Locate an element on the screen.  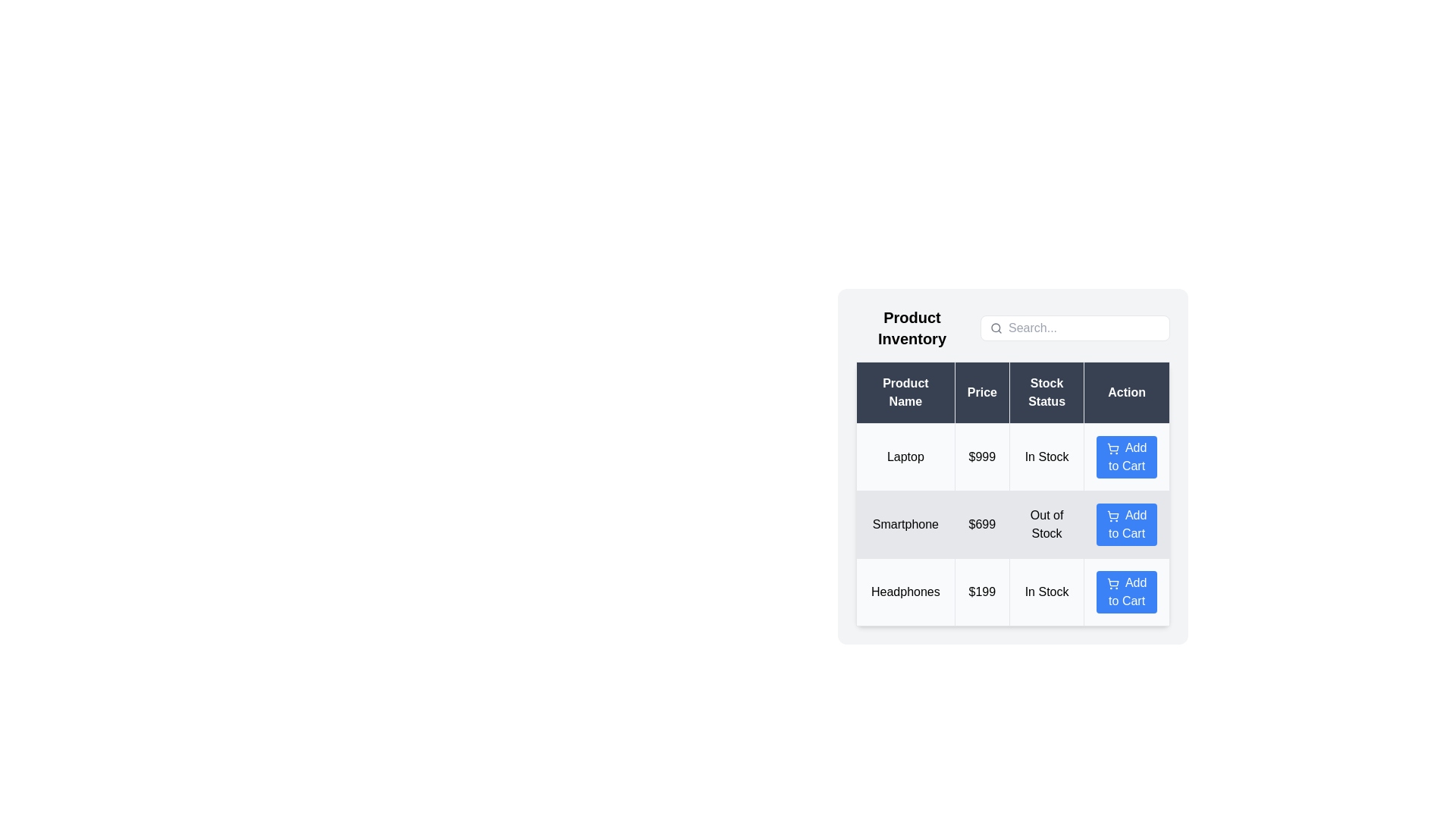
'Add to Cart' button for the product named 'Headphones' is located at coordinates (1127, 591).